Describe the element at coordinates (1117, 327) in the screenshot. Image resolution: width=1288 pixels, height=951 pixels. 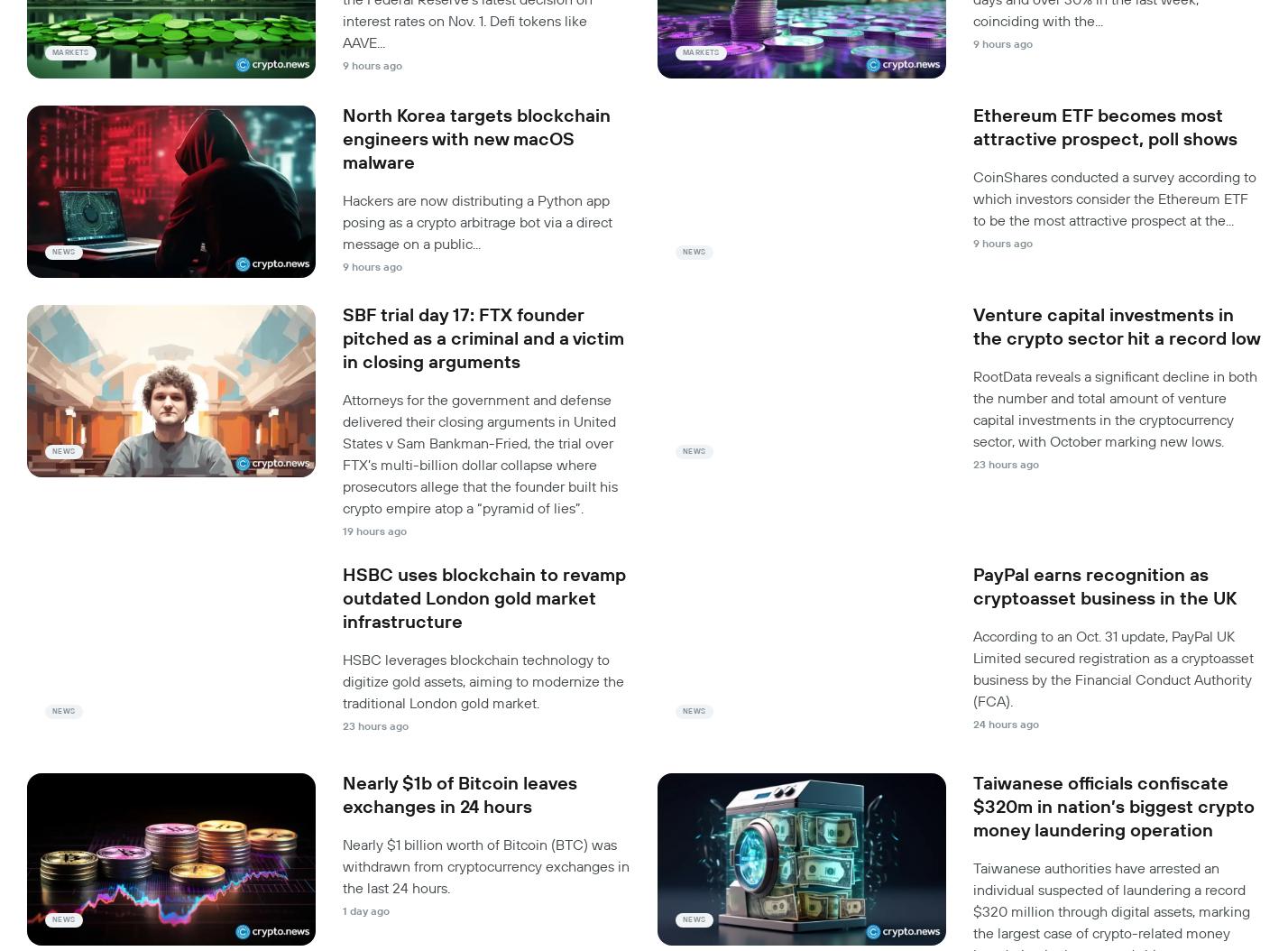
I see `'Venture capital investments in the crypto sector hit a record low'` at that location.